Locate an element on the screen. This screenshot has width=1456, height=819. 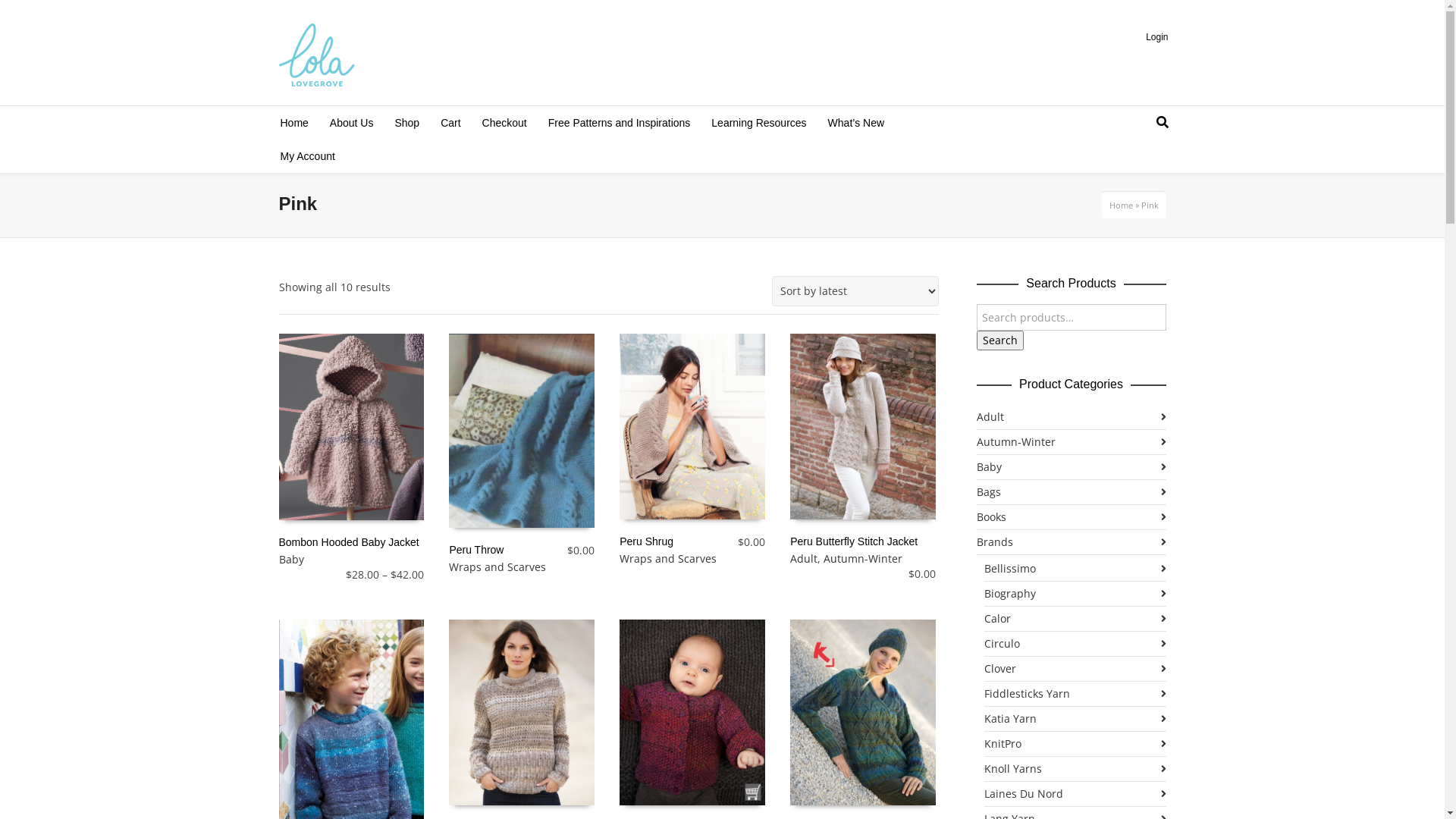
'Login' is located at coordinates (1160, 36).